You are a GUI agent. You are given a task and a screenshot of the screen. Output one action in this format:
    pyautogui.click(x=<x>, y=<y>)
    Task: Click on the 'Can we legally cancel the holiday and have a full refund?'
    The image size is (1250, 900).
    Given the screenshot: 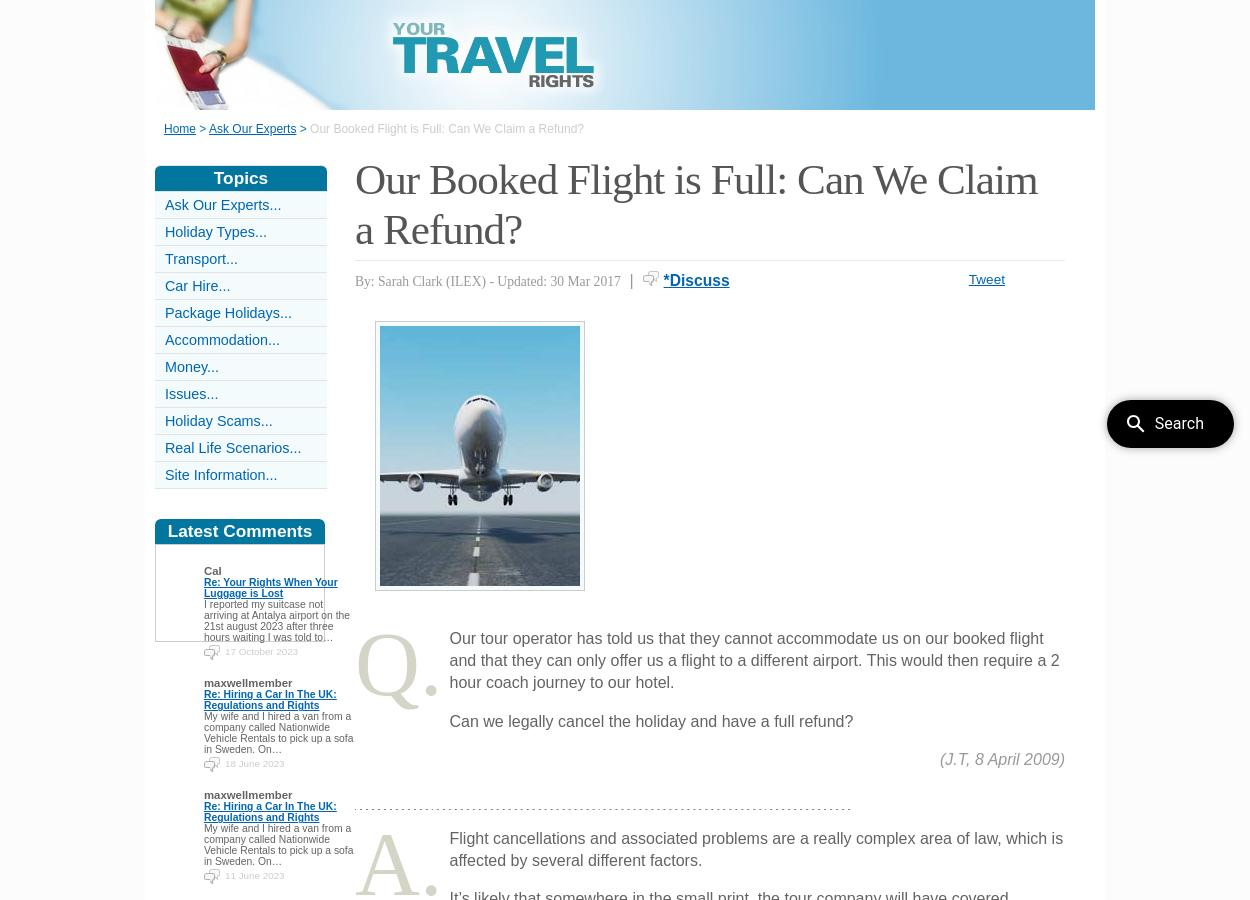 What is the action you would take?
    pyautogui.click(x=651, y=719)
    